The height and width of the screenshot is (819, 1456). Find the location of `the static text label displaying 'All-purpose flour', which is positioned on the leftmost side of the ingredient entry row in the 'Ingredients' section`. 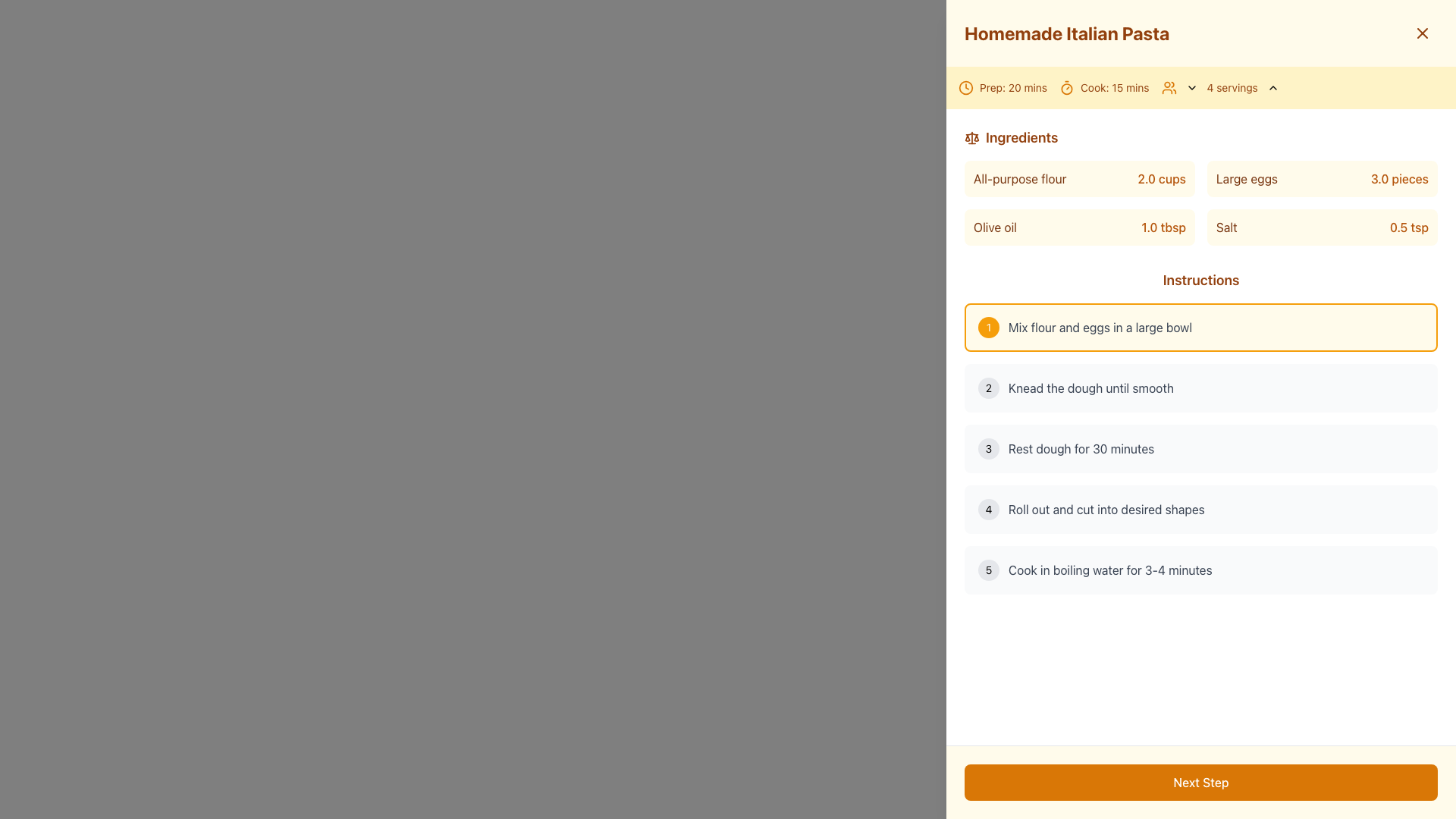

the static text label displaying 'All-purpose flour', which is positioned on the leftmost side of the ingredient entry row in the 'Ingredients' section is located at coordinates (1020, 177).